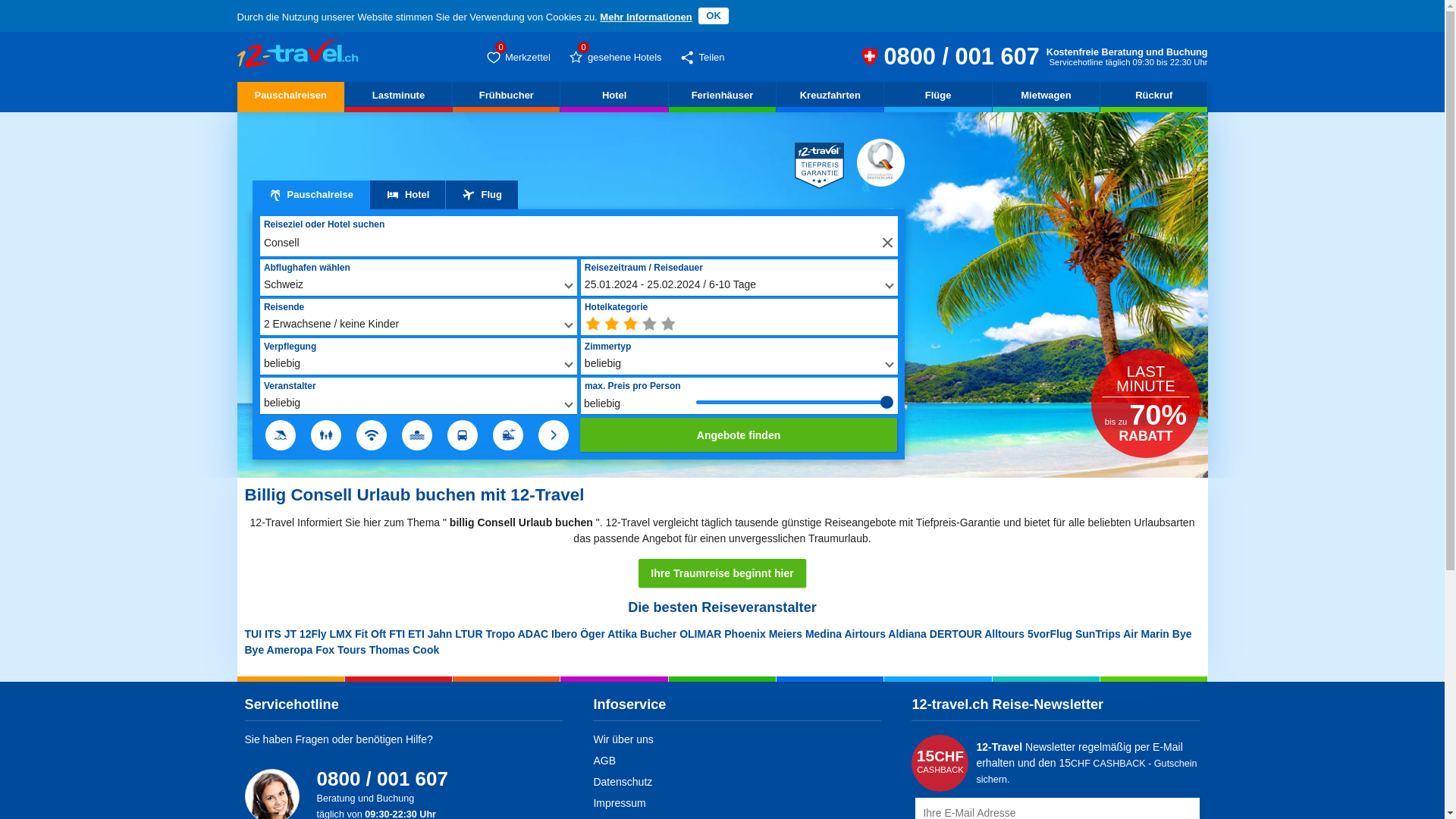 The height and width of the screenshot is (819, 1456). I want to click on 'TUI', so click(243, 634).